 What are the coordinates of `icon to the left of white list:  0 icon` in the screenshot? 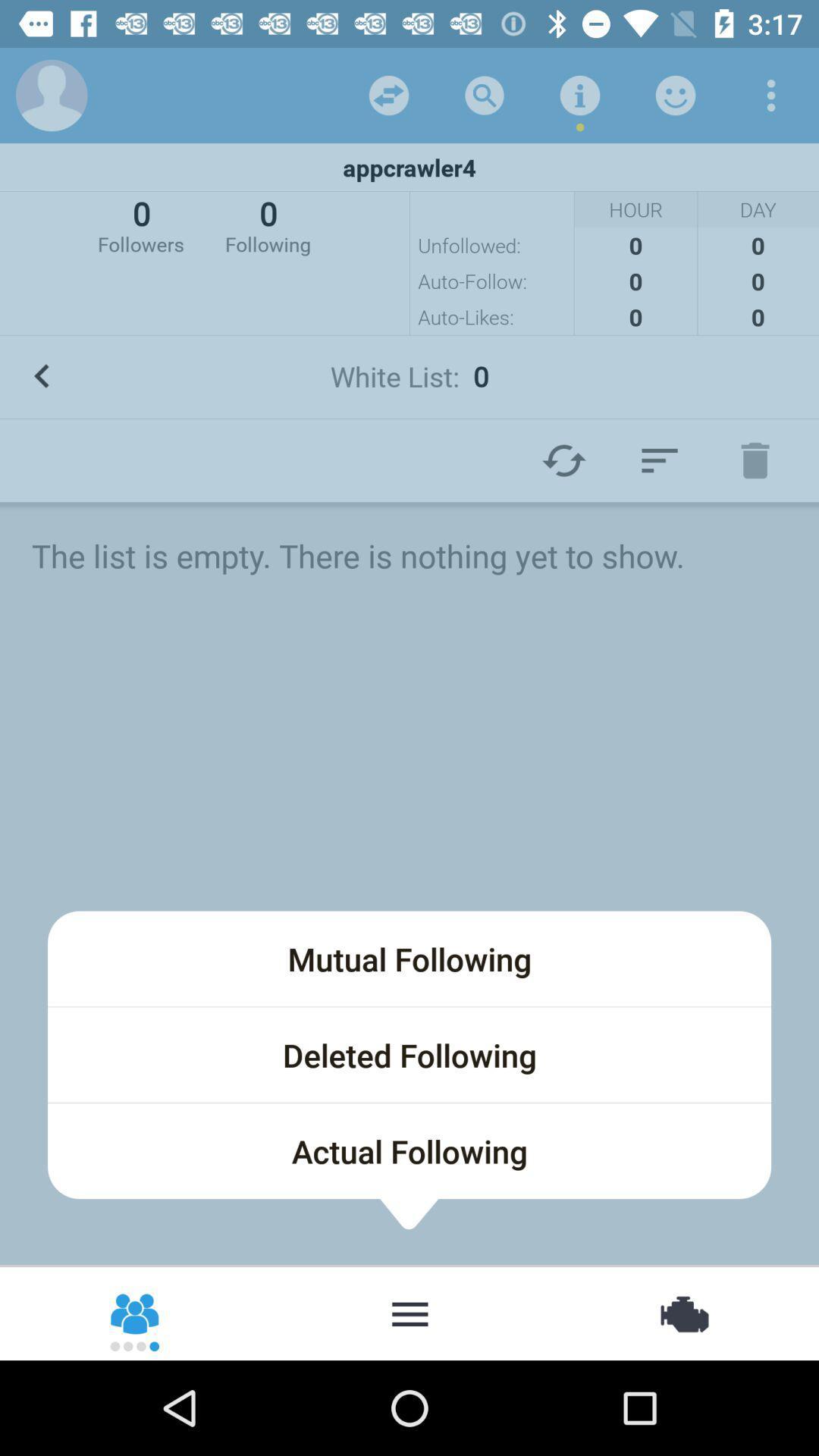 It's located at (41, 376).